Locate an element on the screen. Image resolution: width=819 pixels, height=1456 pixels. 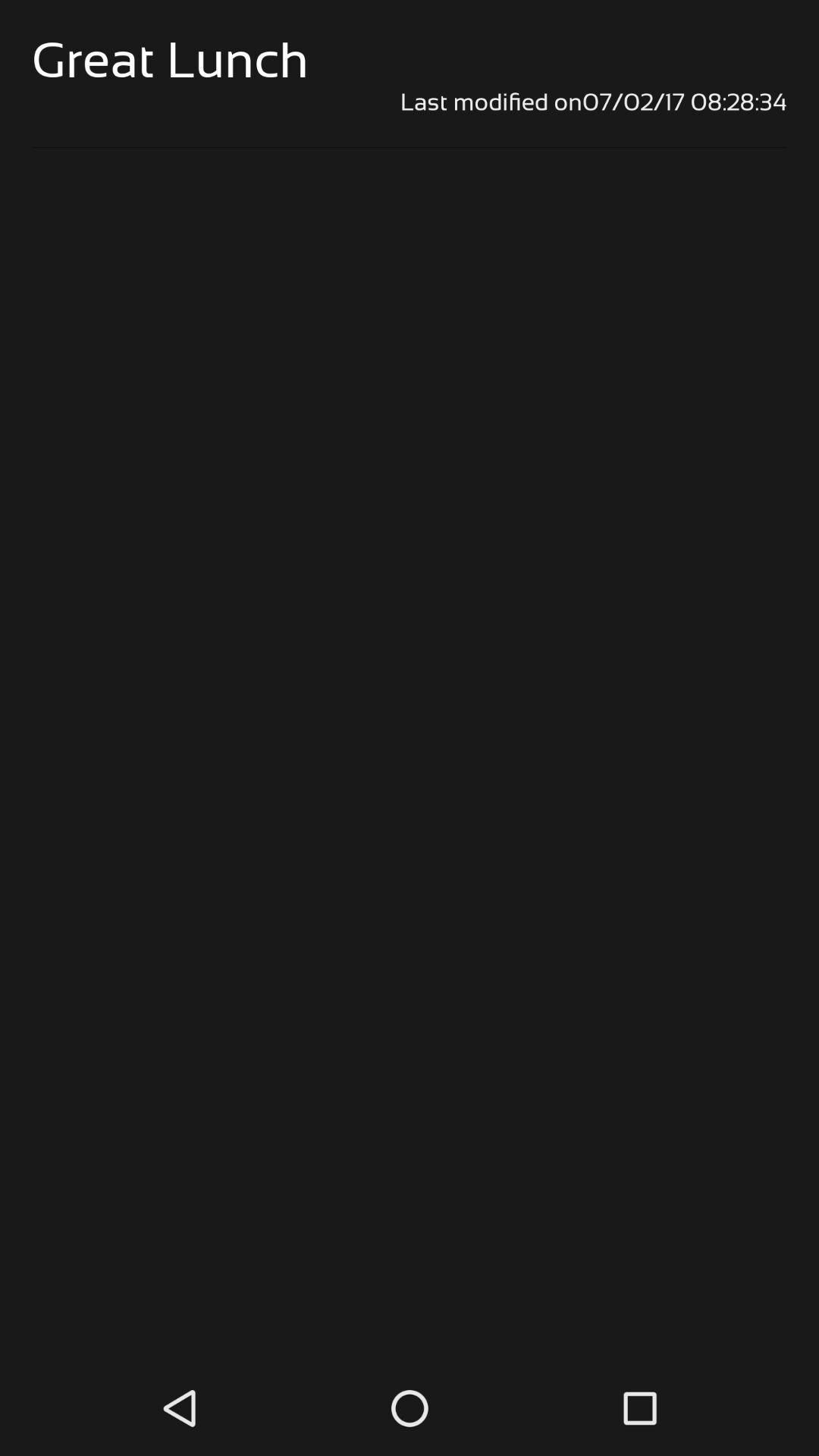
the great lunch at the top left corner is located at coordinates (170, 60).